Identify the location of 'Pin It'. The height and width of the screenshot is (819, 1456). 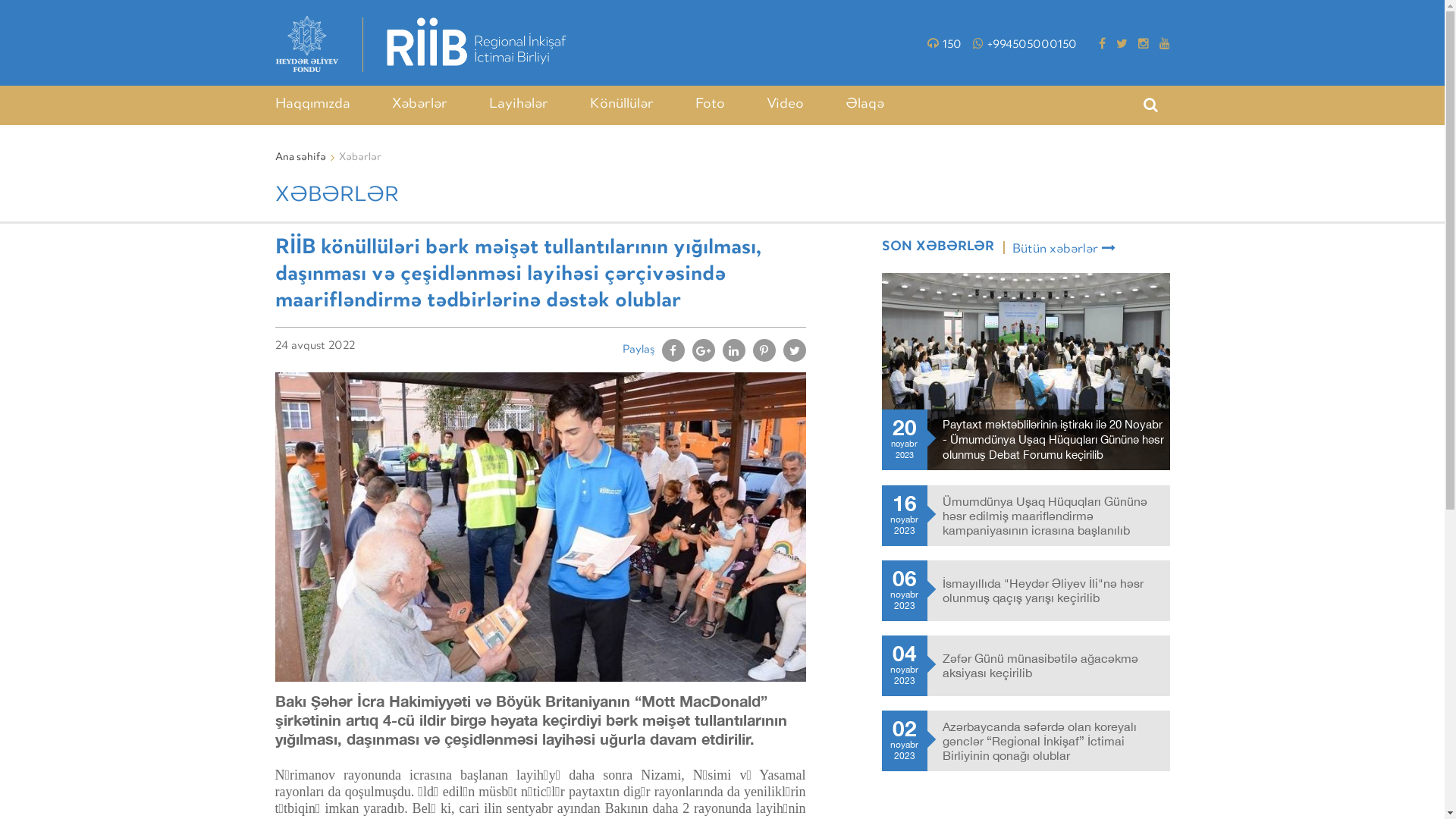
(764, 350).